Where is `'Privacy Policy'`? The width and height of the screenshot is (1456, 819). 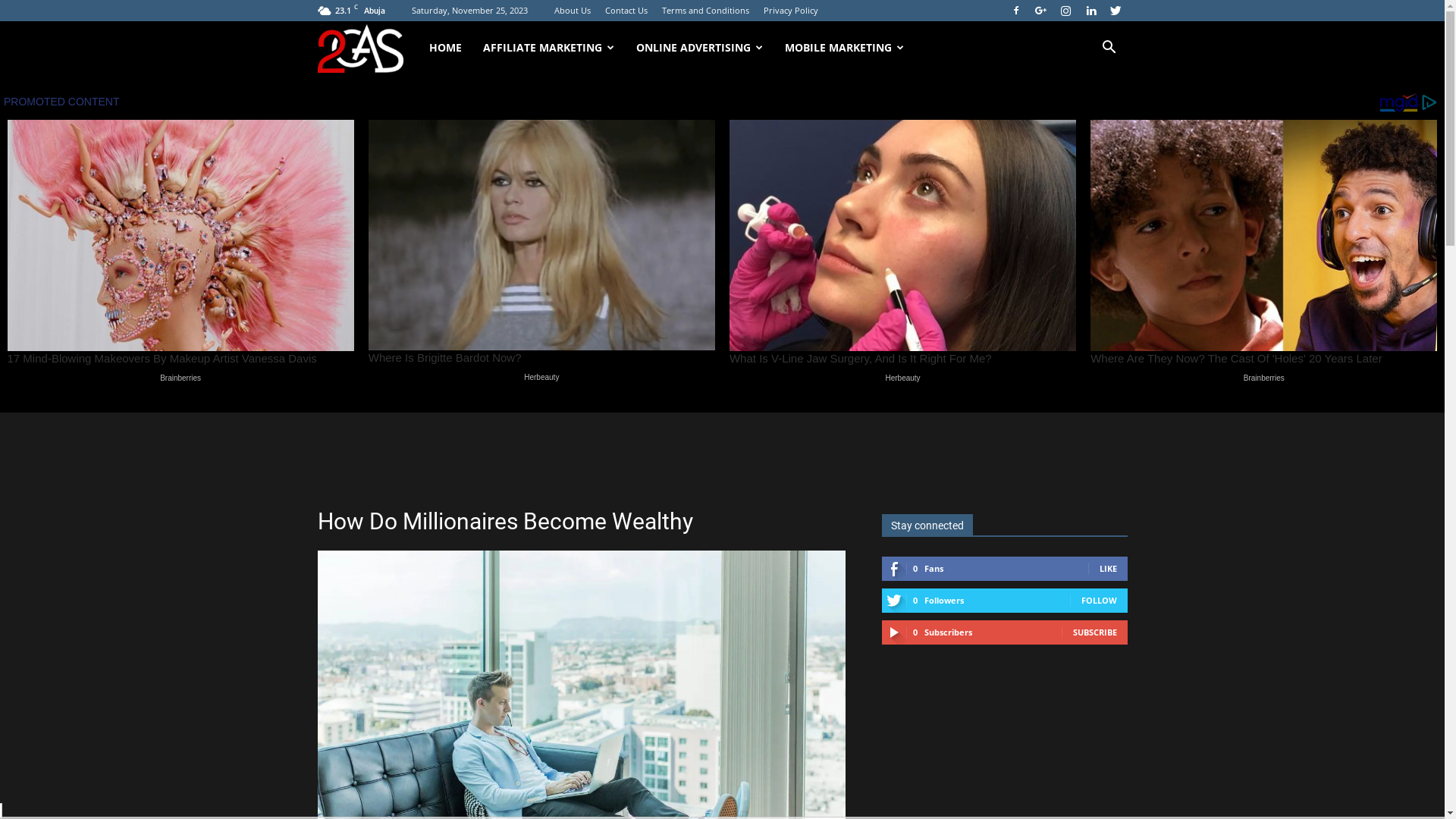
'Privacy Policy' is located at coordinates (789, 10).